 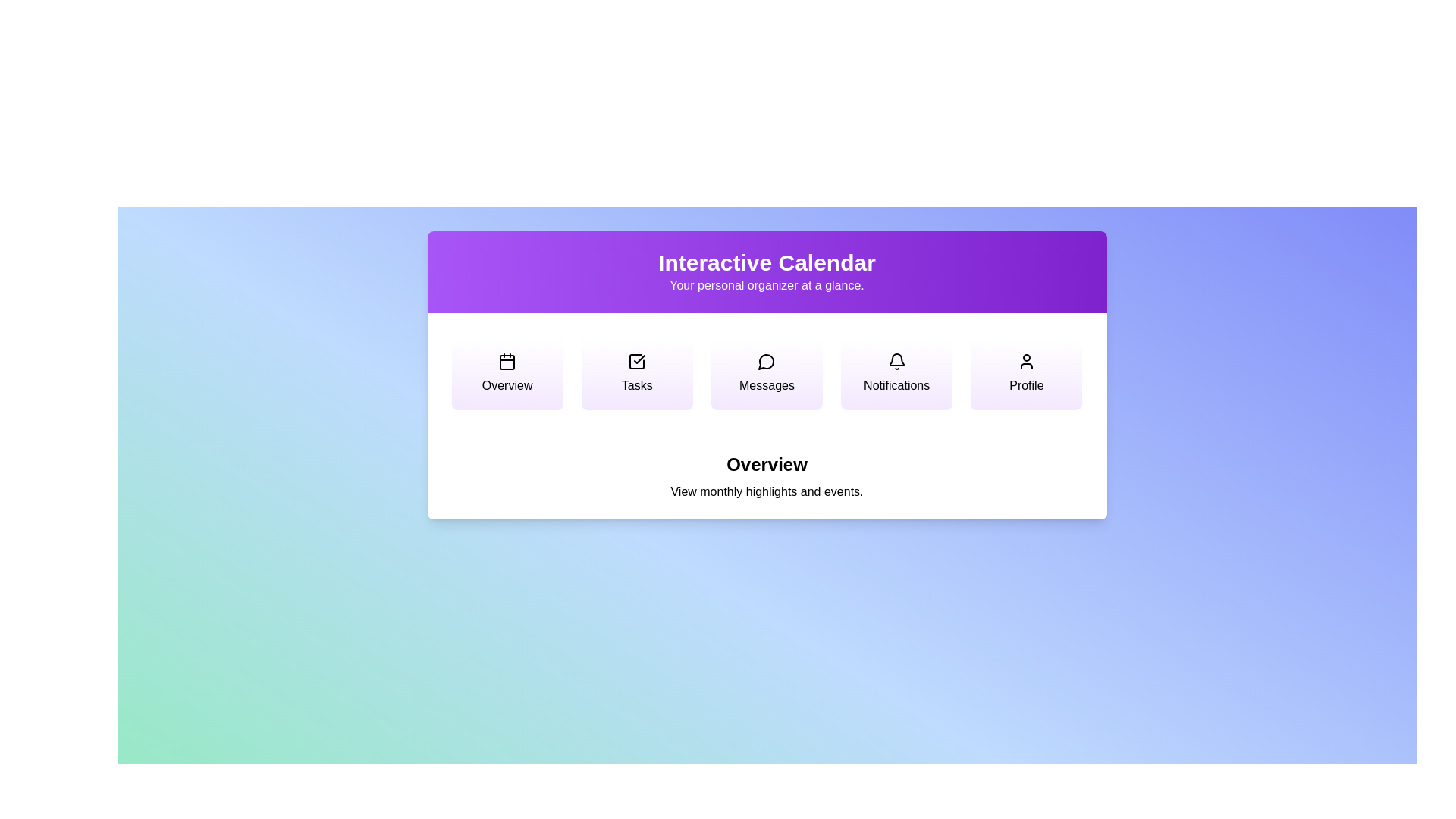 What do you see at coordinates (896, 374) in the screenshot?
I see `the menu option Notifications to view its description` at bounding box center [896, 374].